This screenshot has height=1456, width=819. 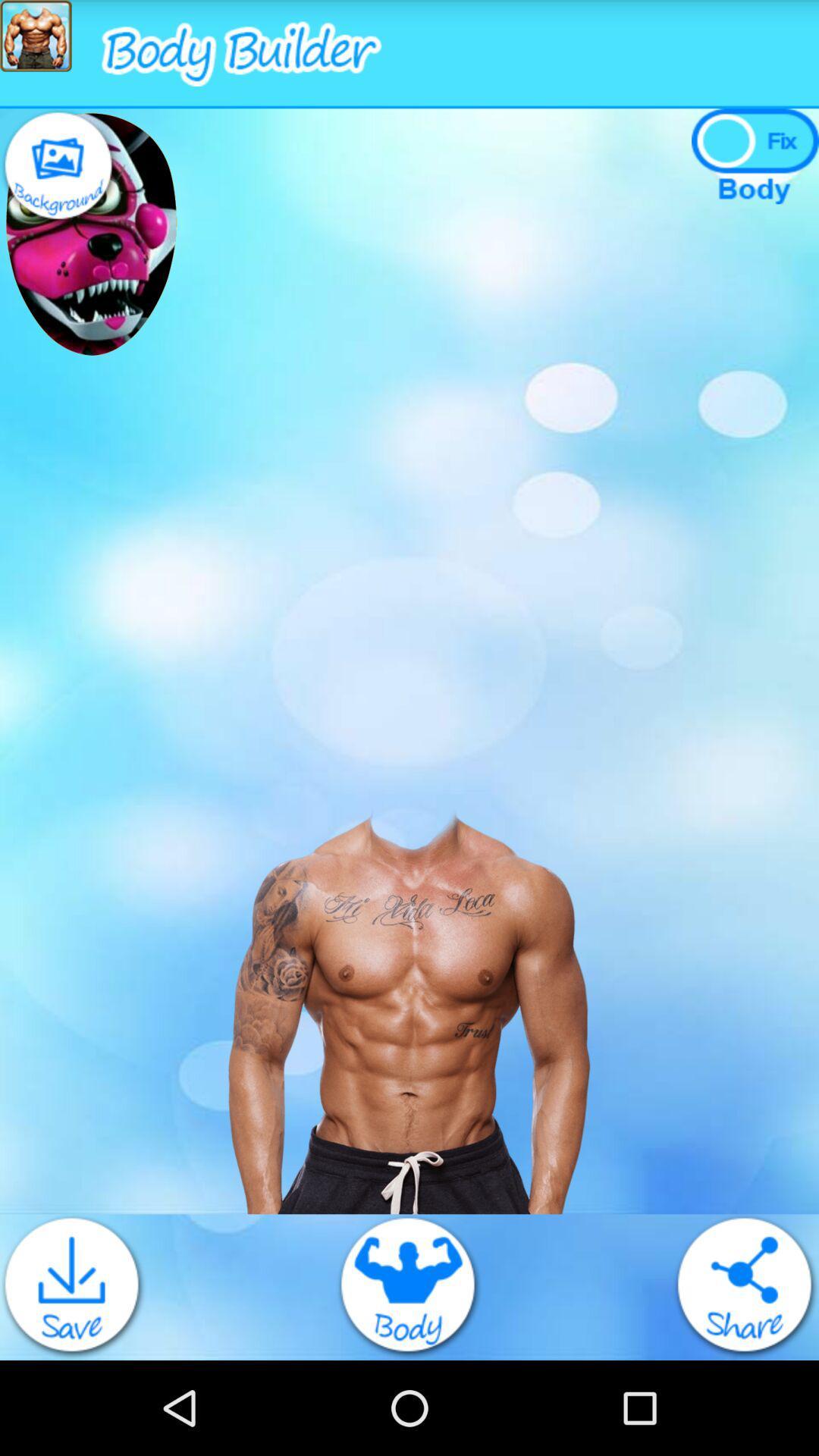 I want to click on the wallpaper icon, so click(x=58, y=180).